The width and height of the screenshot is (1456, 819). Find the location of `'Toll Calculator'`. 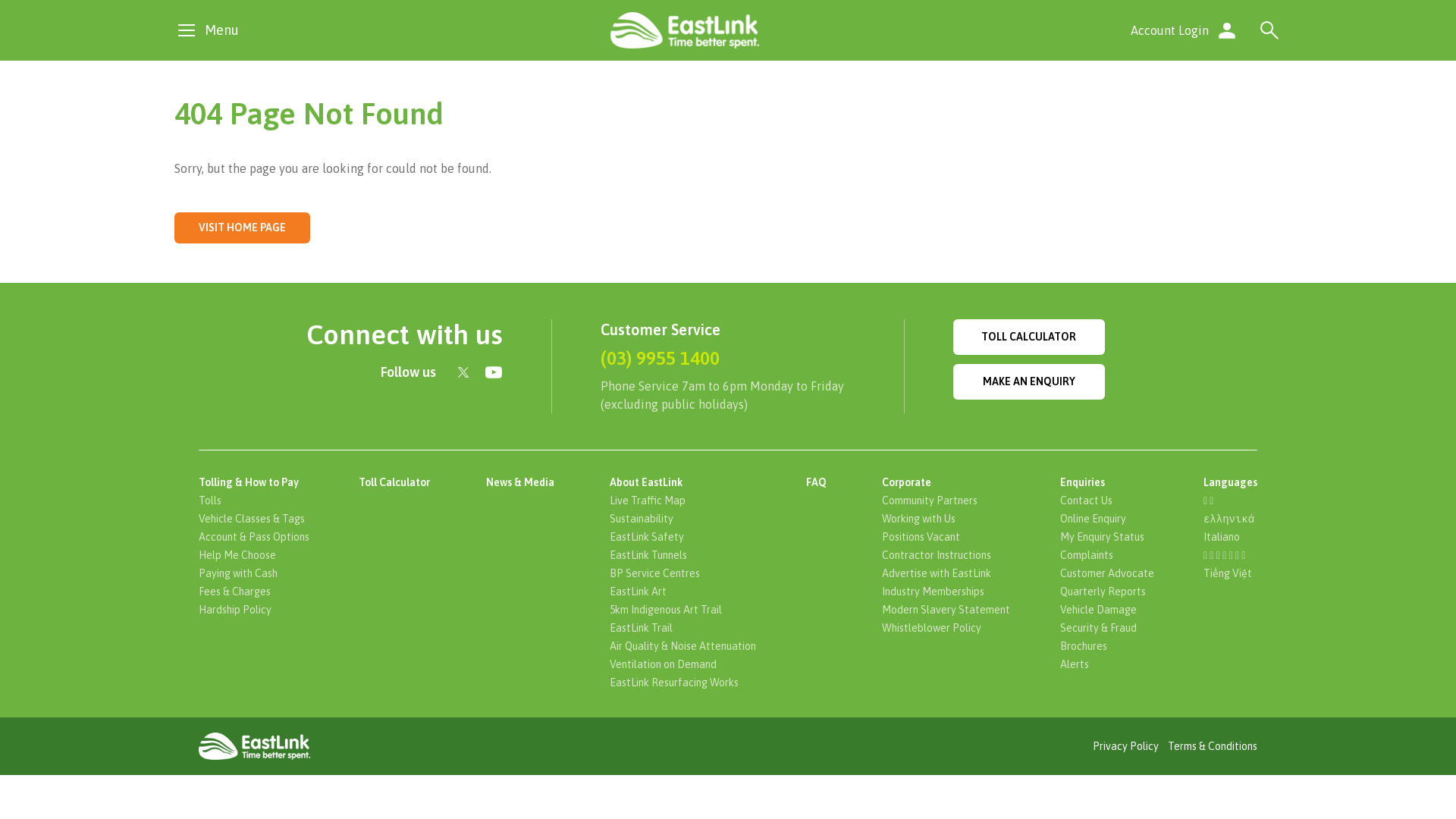

'Toll Calculator' is located at coordinates (403, 482).